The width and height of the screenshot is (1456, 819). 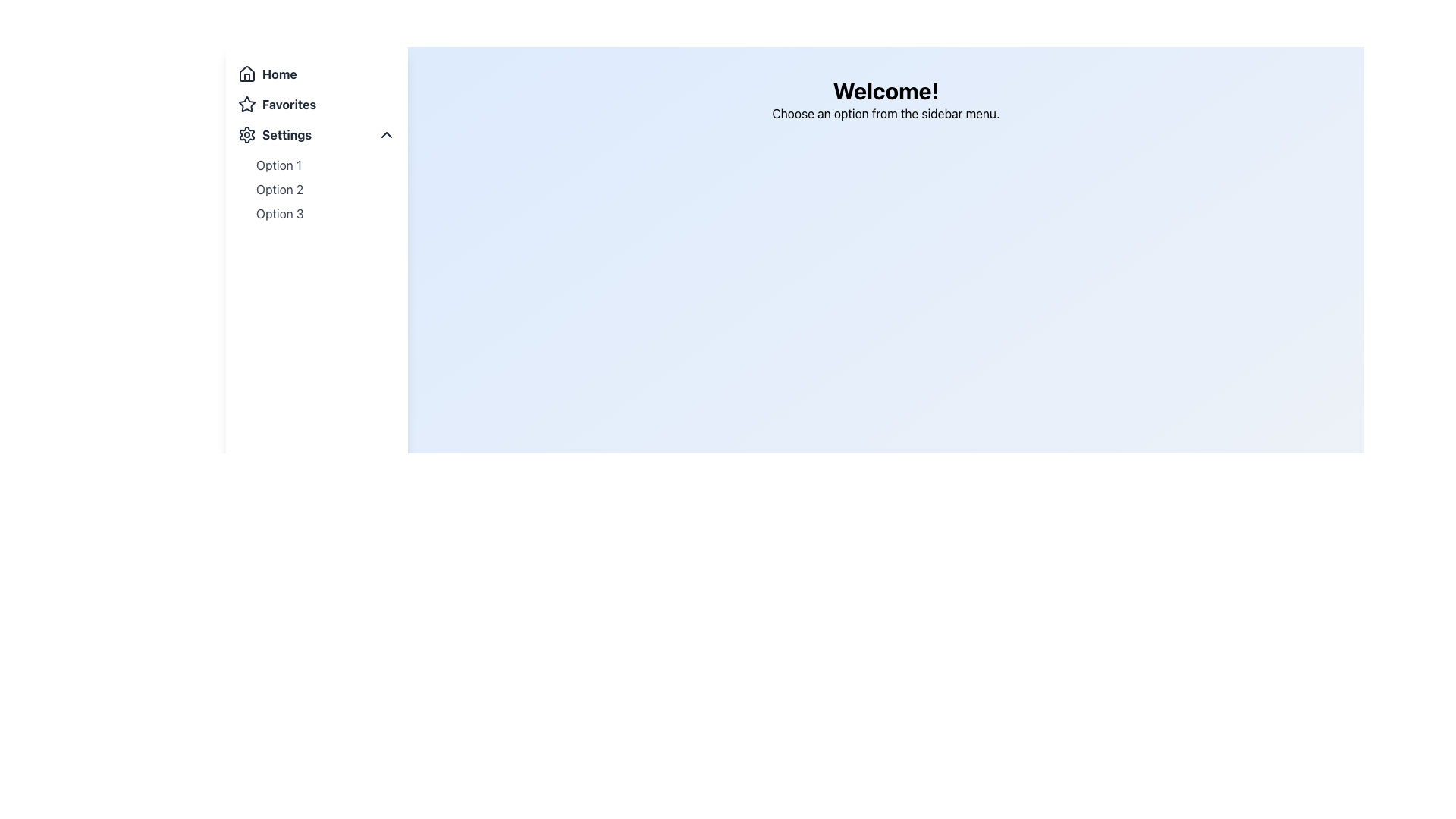 What do you see at coordinates (247, 133) in the screenshot?
I see `the 'Settings' icon in the sidebar menu` at bounding box center [247, 133].